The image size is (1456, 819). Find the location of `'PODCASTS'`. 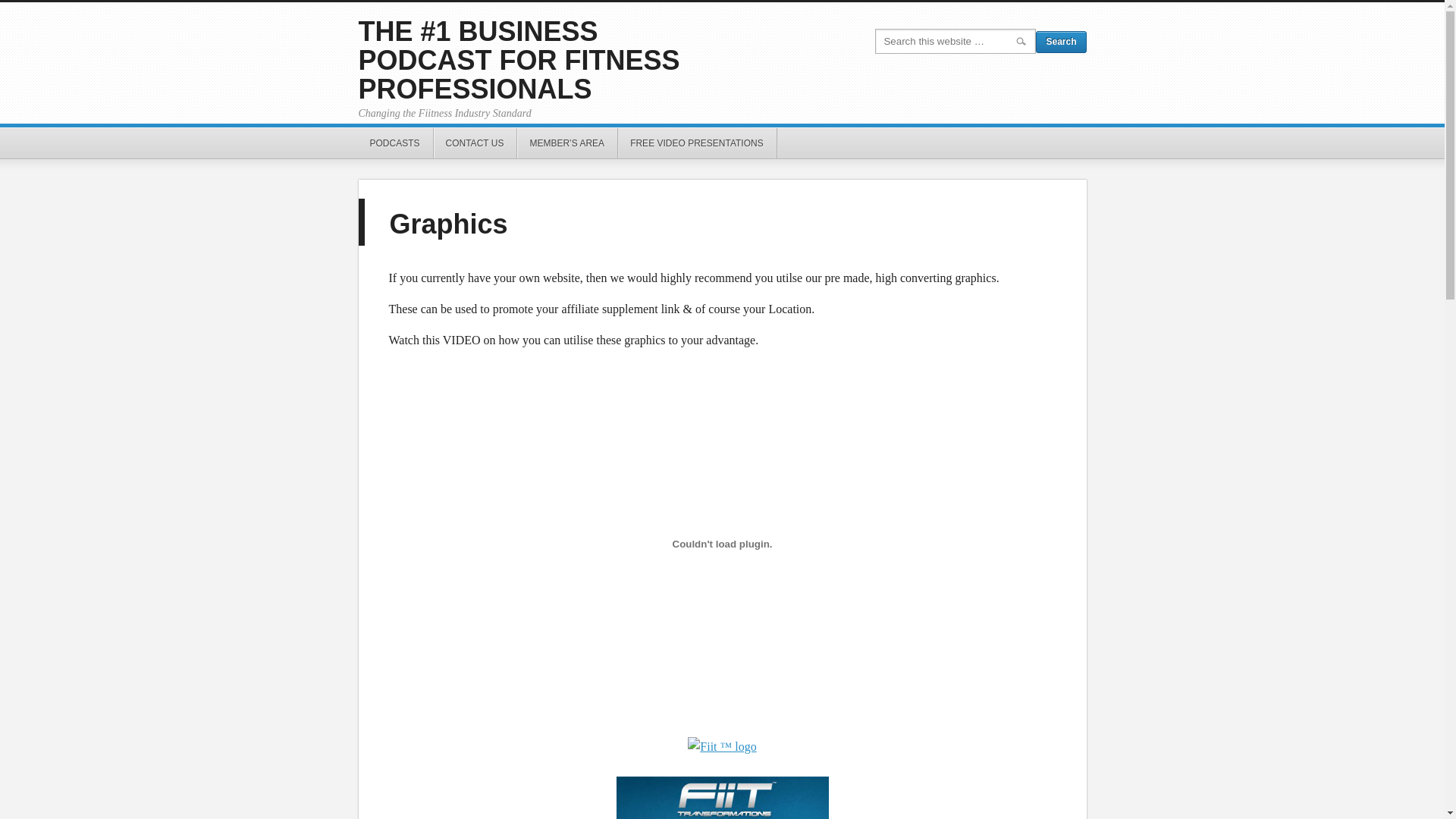

'PODCASTS' is located at coordinates (395, 143).